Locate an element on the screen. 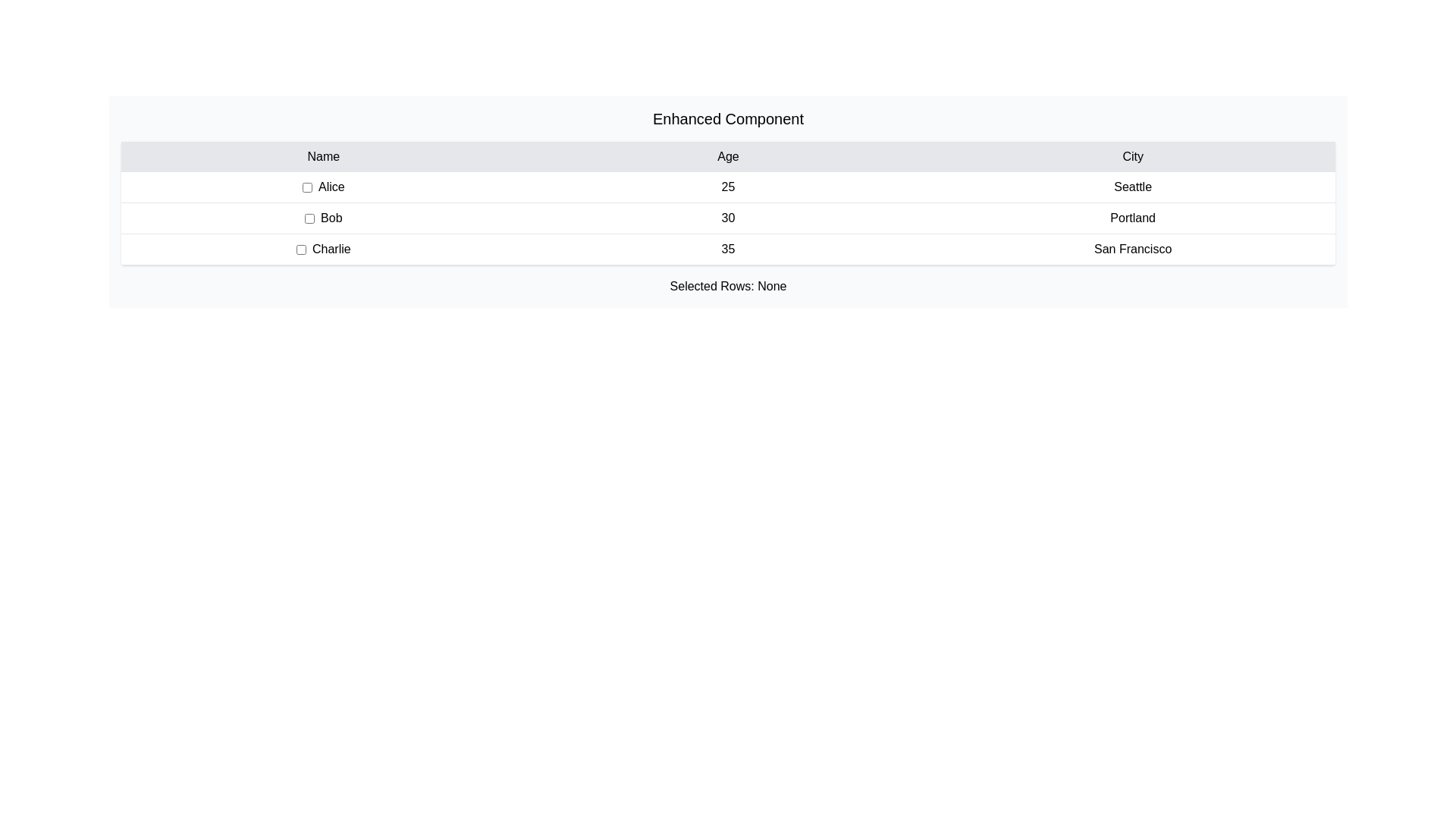 This screenshot has width=1456, height=819. text label displaying the name 'Charlie' which is centrally positioned in the first column of the third row of the grid layout under the header 'Name' is located at coordinates (322, 248).